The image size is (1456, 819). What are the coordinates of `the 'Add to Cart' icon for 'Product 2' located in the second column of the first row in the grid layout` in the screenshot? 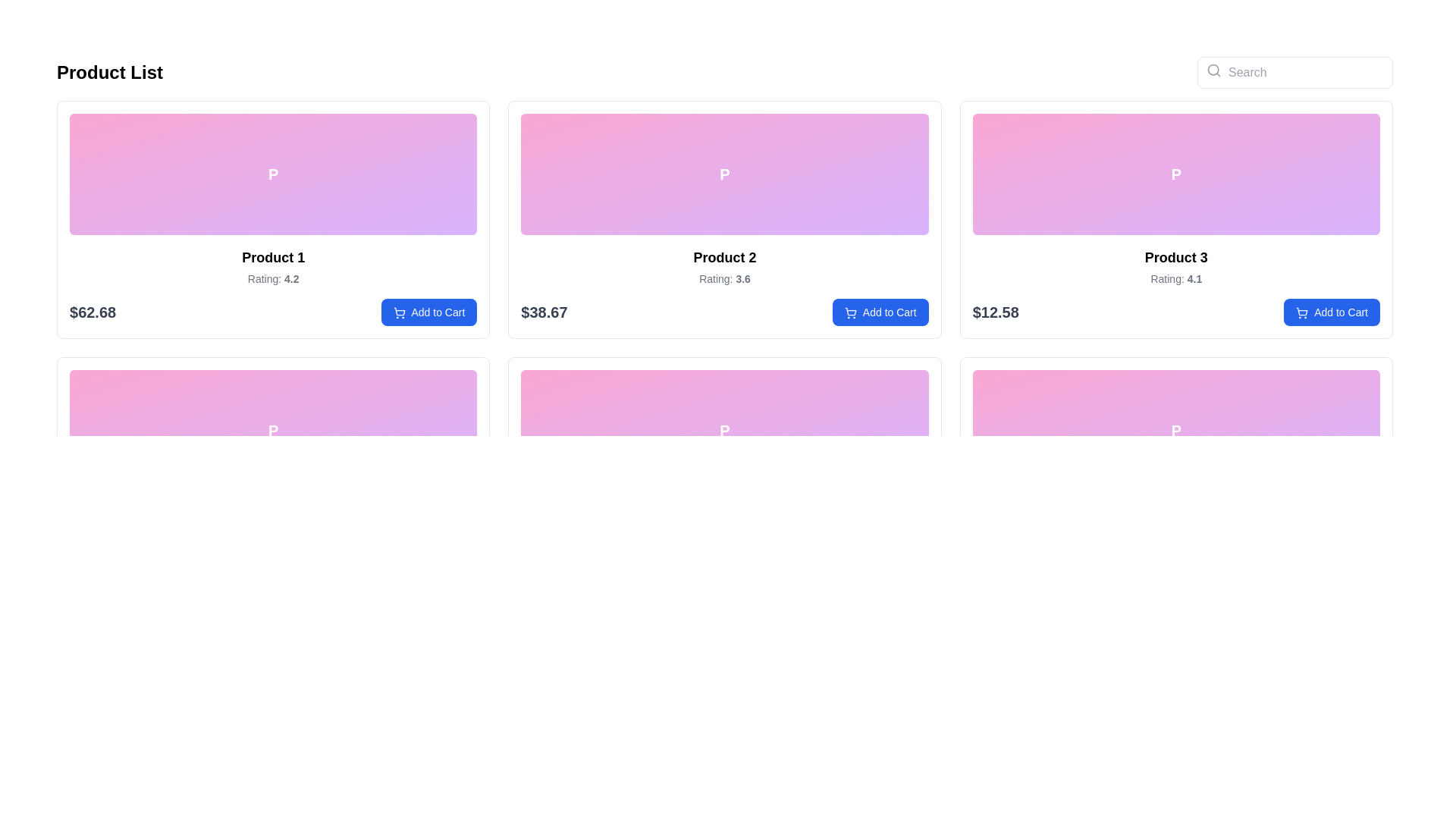 It's located at (850, 312).